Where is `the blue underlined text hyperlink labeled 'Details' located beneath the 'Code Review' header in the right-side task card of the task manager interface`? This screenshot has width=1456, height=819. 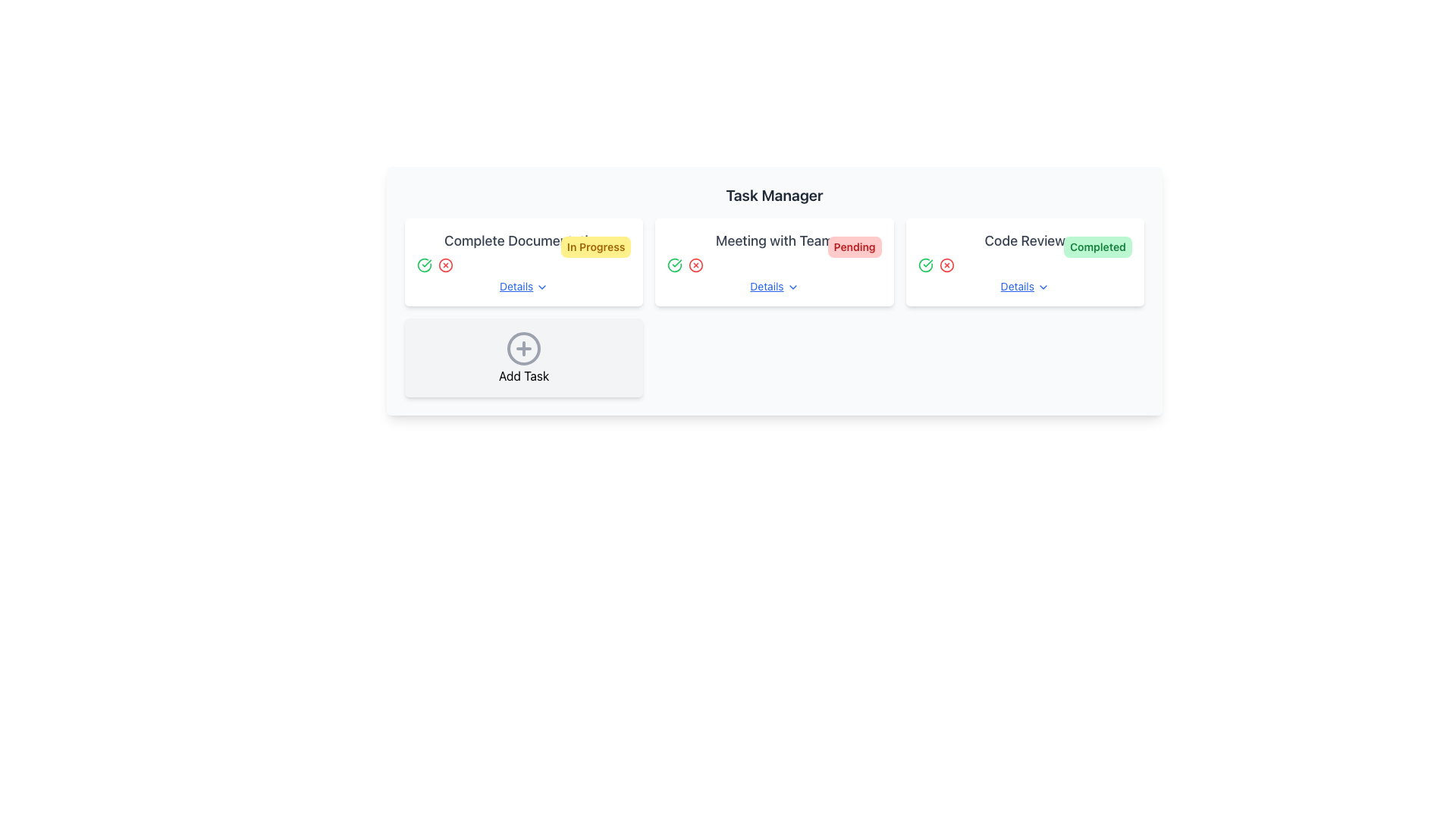
the blue underlined text hyperlink labeled 'Details' located beneath the 'Code Review' header in the right-side task card of the task manager interface is located at coordinates (1025, 287).